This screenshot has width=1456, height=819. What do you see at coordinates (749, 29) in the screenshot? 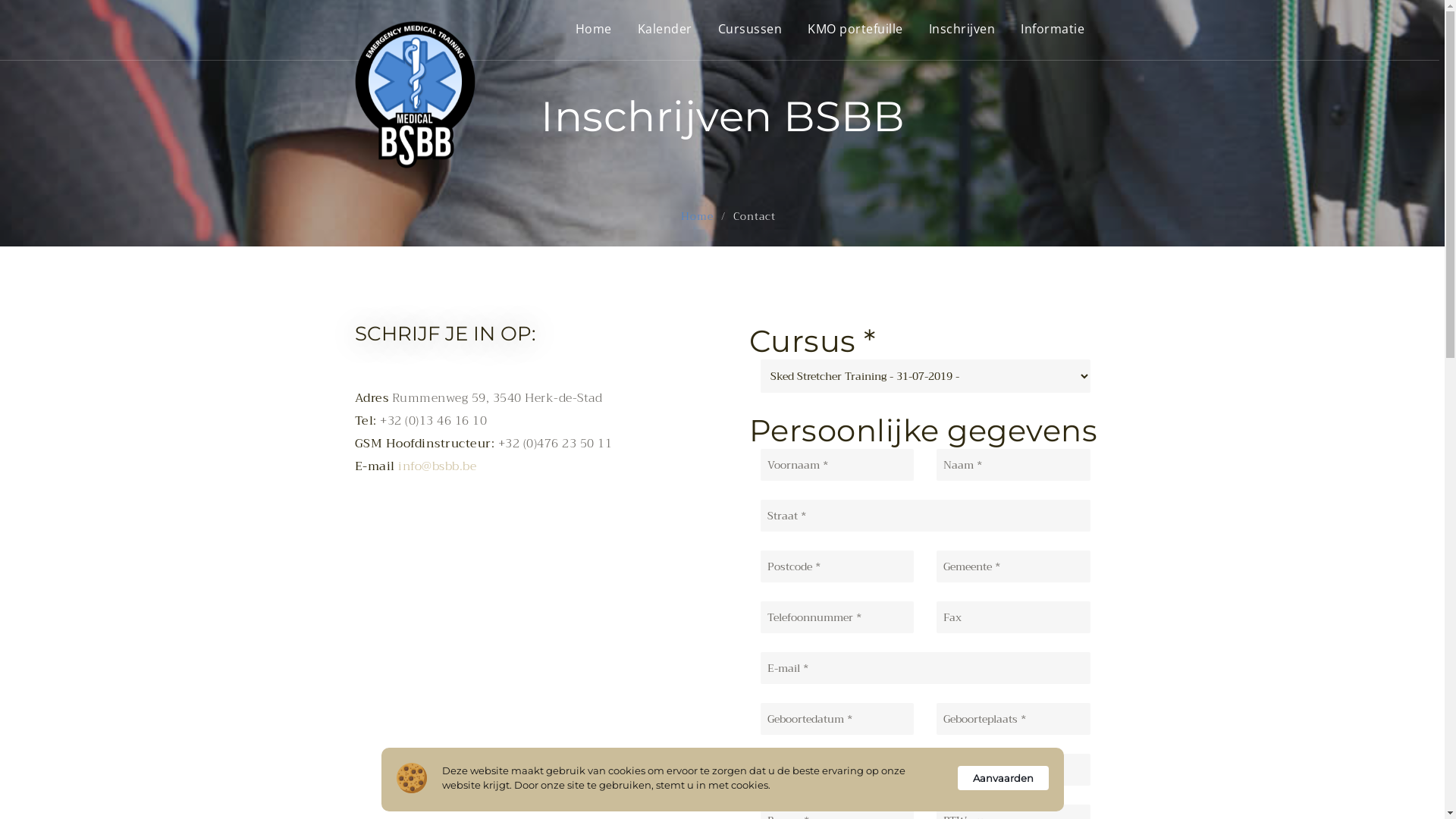
I see `'Cursussen'` at bounding box center [749, 29].